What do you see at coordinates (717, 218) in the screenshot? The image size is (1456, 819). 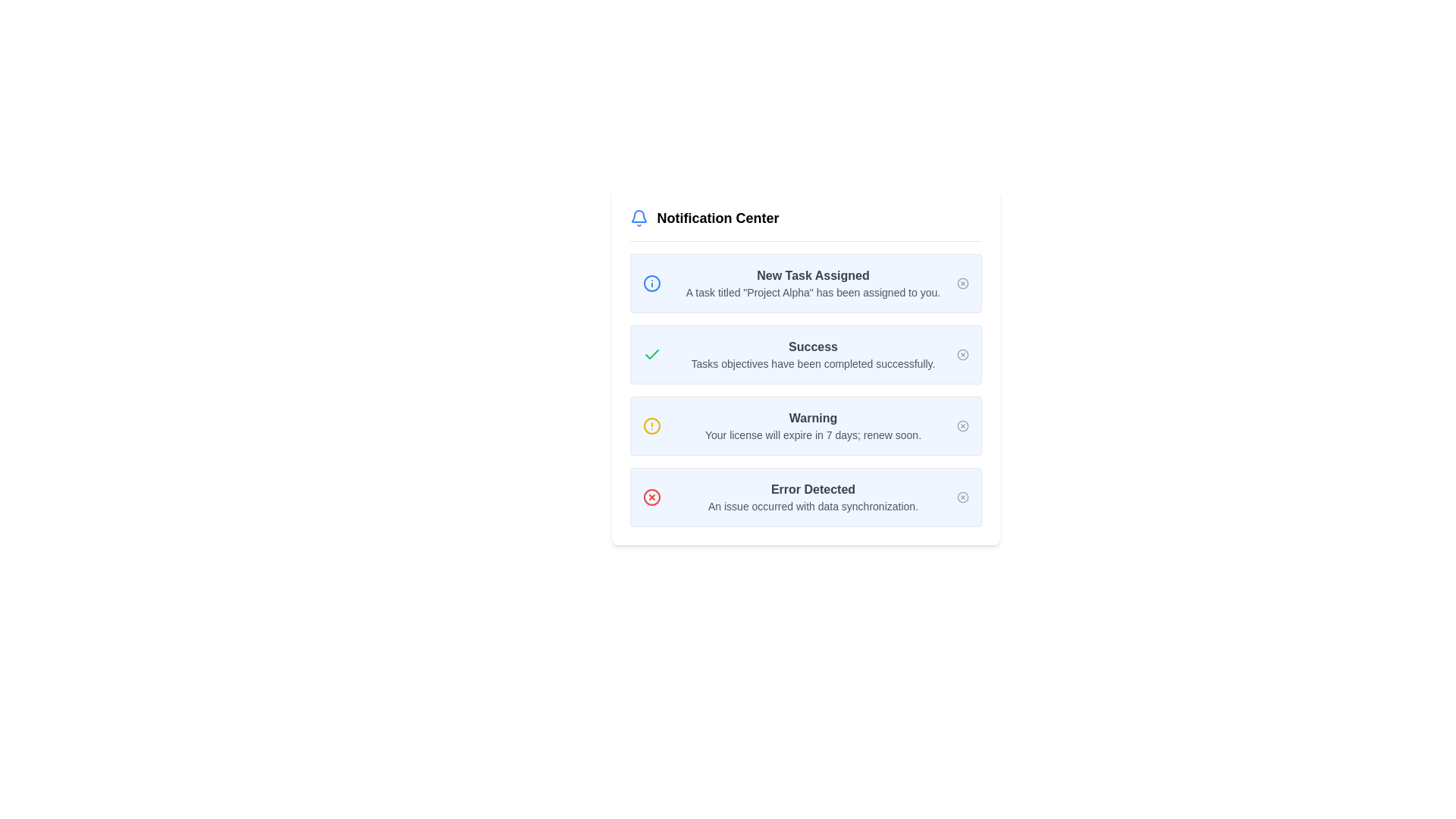 I see `the 'Notification Center' text label, which is prominently displayed in bold and large font within the header section of the notification panel, located next to a bell icon` at bounding box center [717, 218].